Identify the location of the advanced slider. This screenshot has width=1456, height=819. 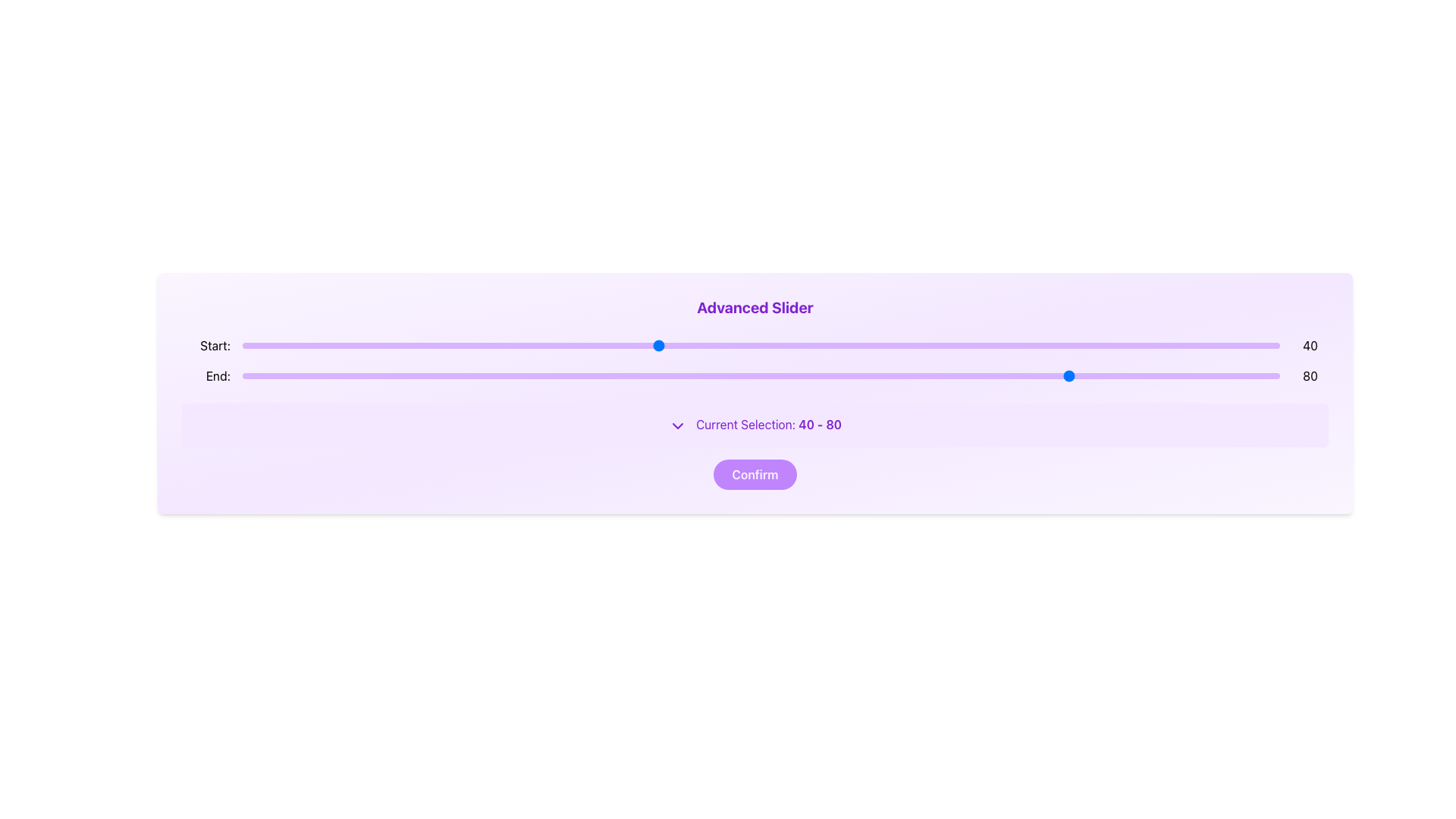
(253, 345).